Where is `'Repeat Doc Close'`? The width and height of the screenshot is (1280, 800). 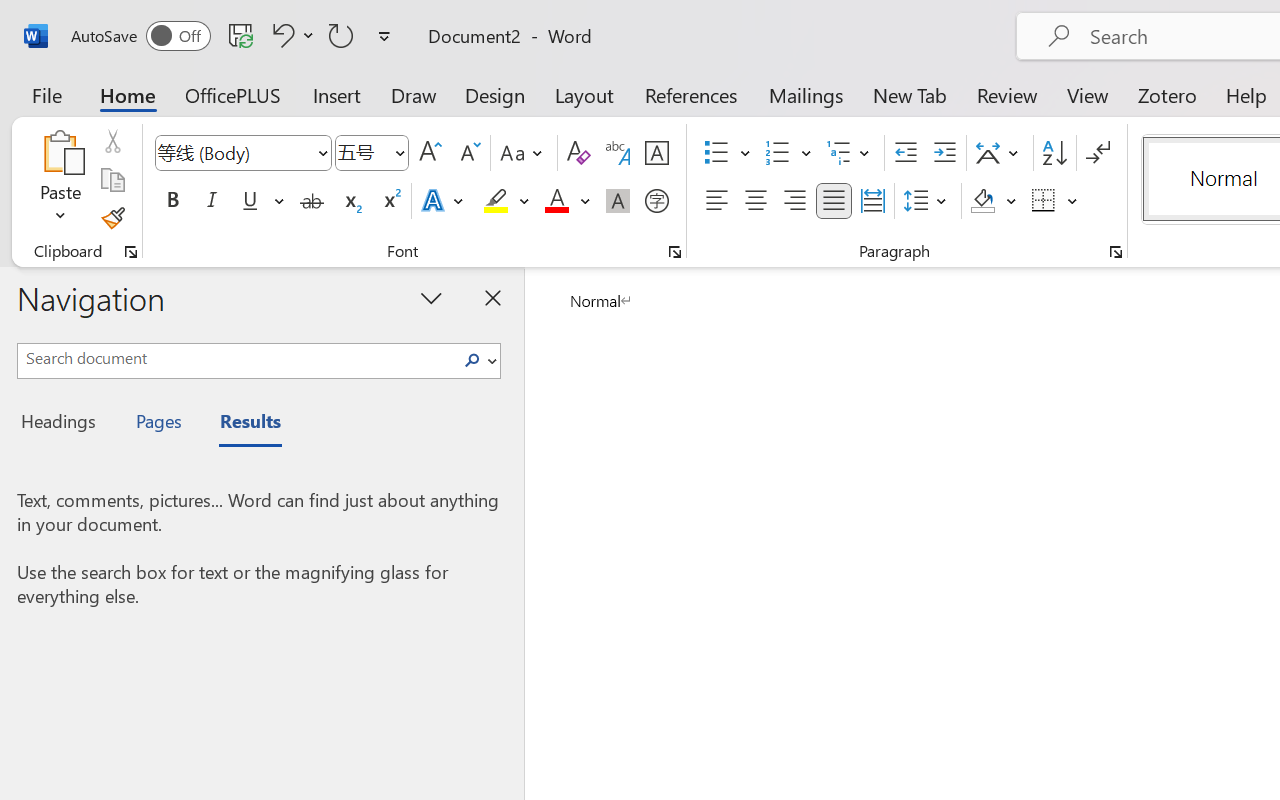 'Repeat Doc Close' is located at coordinates (341, 34).